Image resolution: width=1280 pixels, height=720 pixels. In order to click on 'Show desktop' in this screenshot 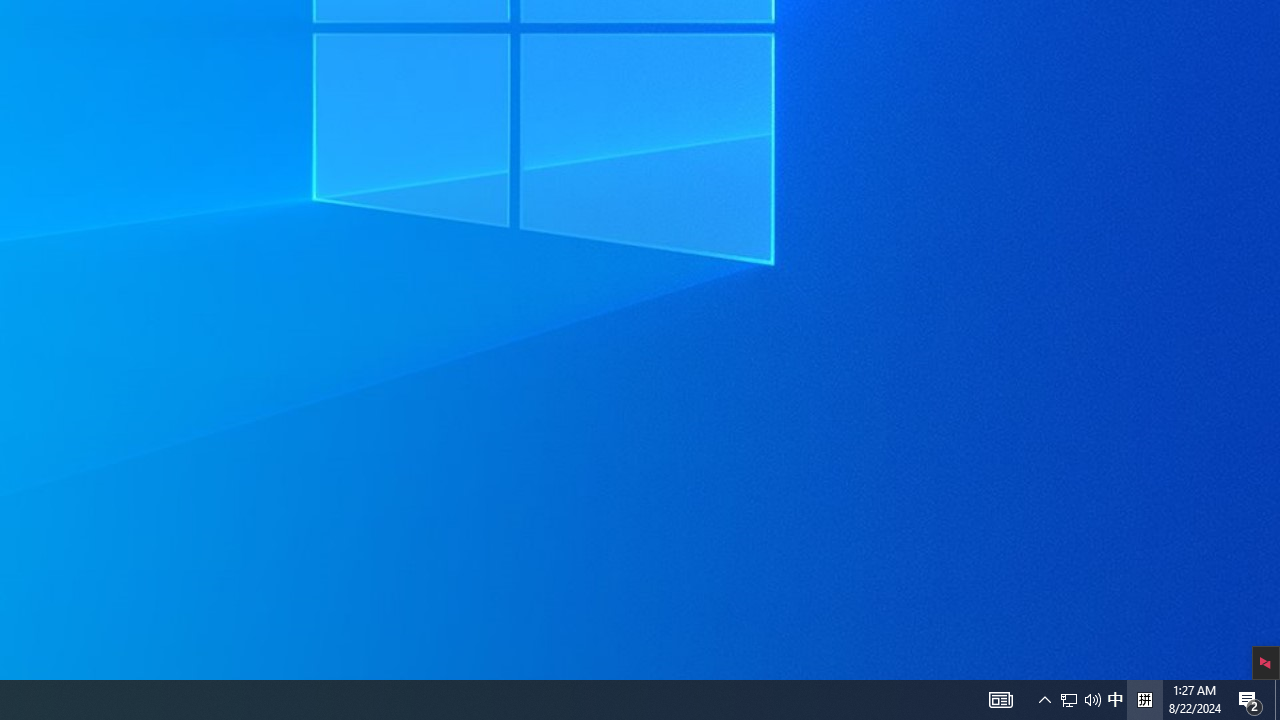, I will do `click(1276, 698)`.